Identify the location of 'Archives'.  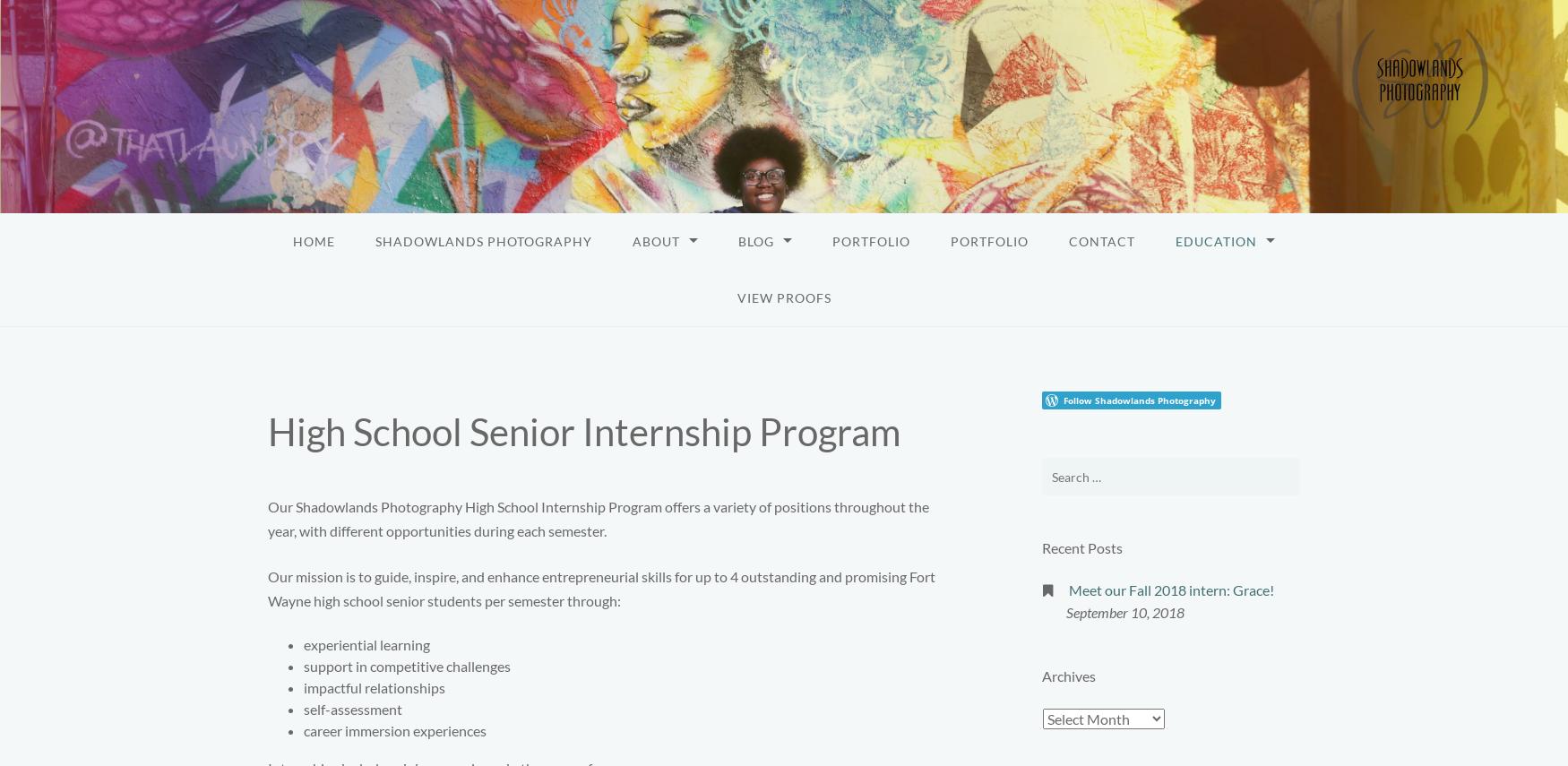
(1041, 676).